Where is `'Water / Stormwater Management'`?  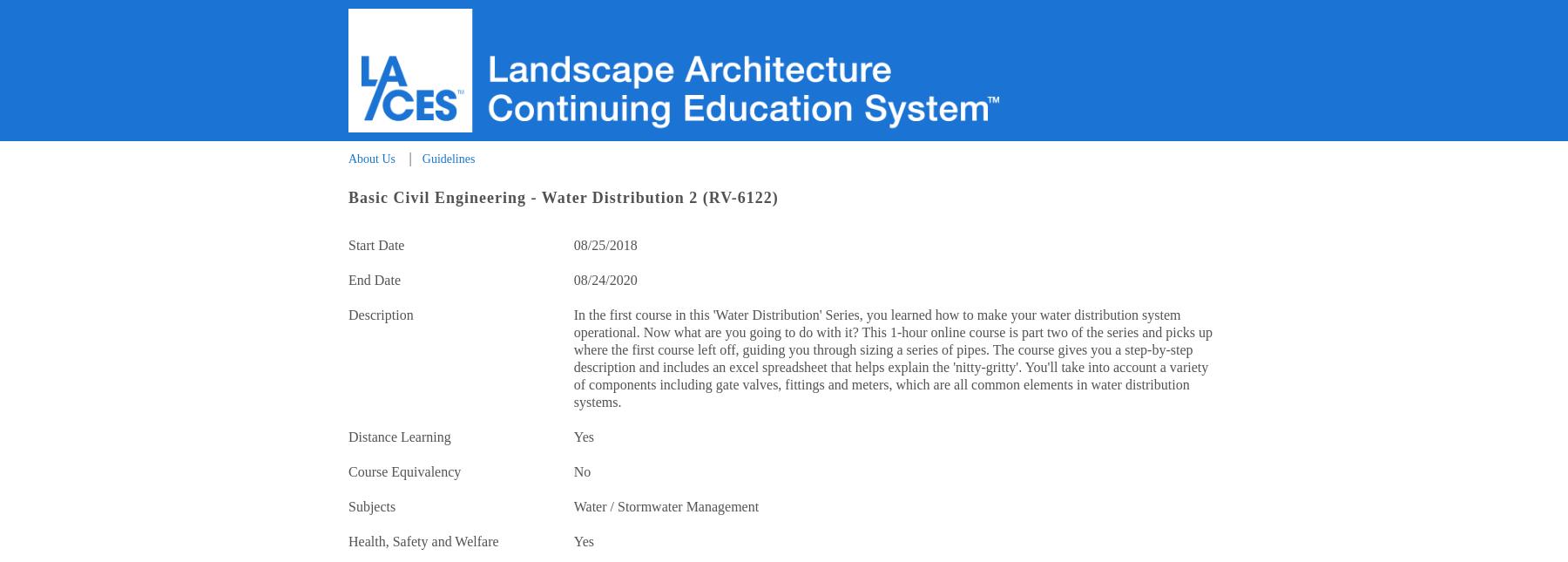 'Water / Stormwater Management' is located at coordinates (665, 506).